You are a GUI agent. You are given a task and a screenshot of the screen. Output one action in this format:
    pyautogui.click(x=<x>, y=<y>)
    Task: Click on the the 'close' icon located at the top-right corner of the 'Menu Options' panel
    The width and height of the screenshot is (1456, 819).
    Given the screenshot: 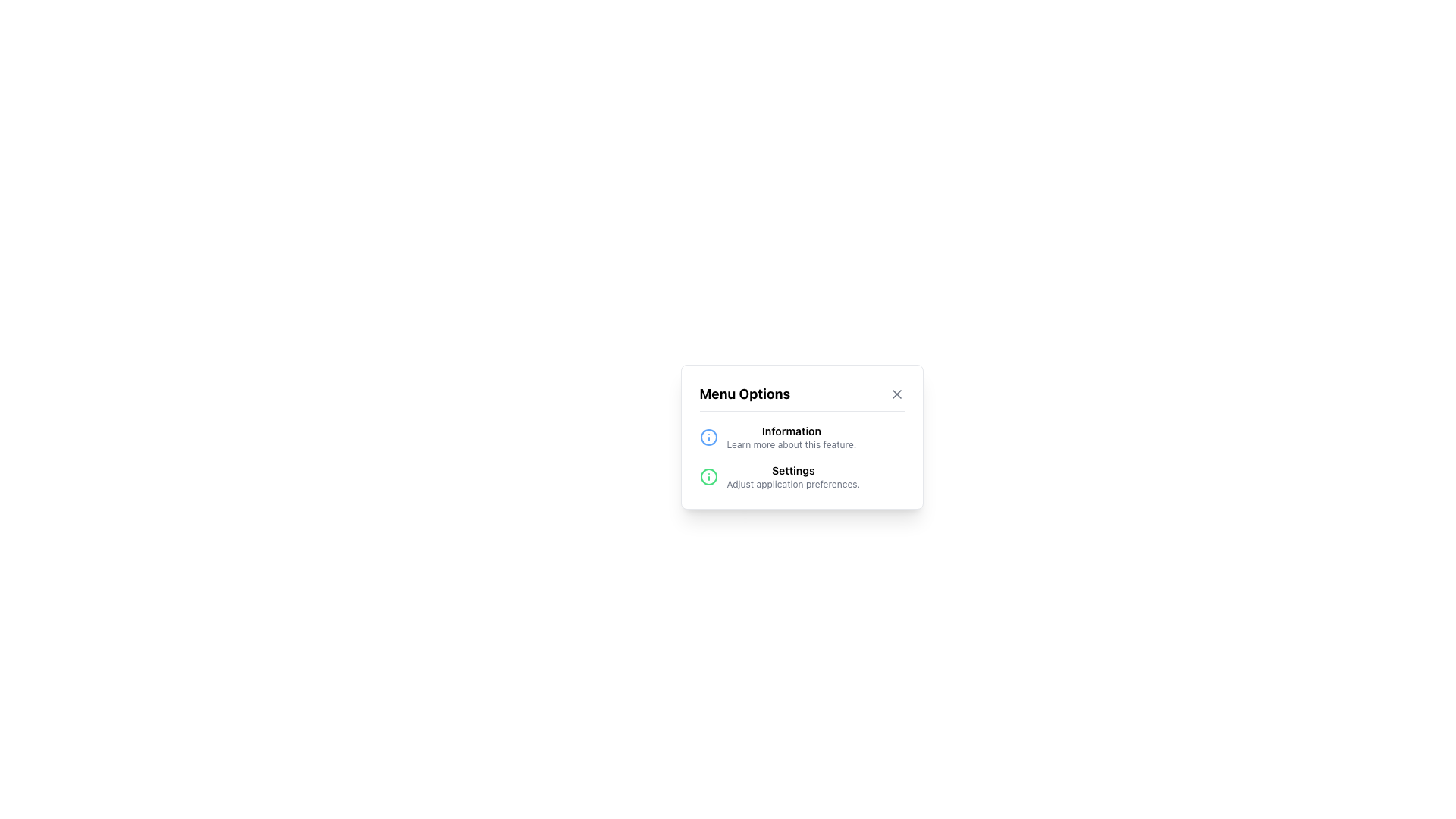 What is the action you would take?
    pyautogui.click(x=896, y=393)
    